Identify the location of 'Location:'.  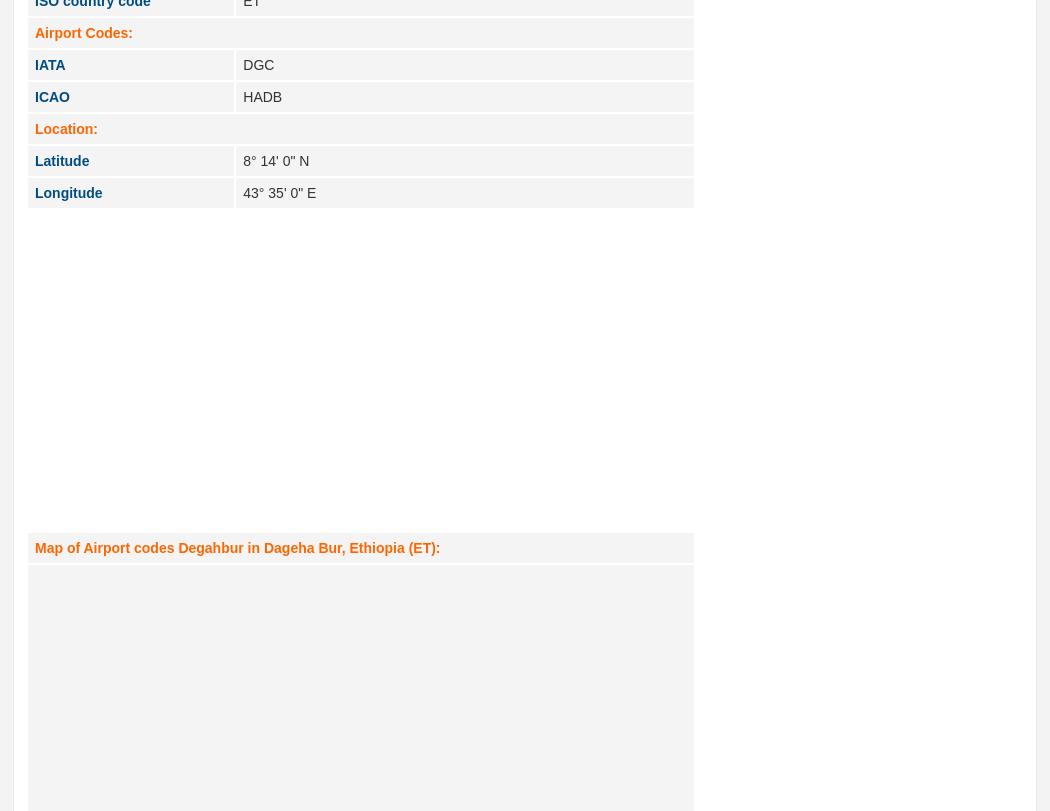
(34, 129).